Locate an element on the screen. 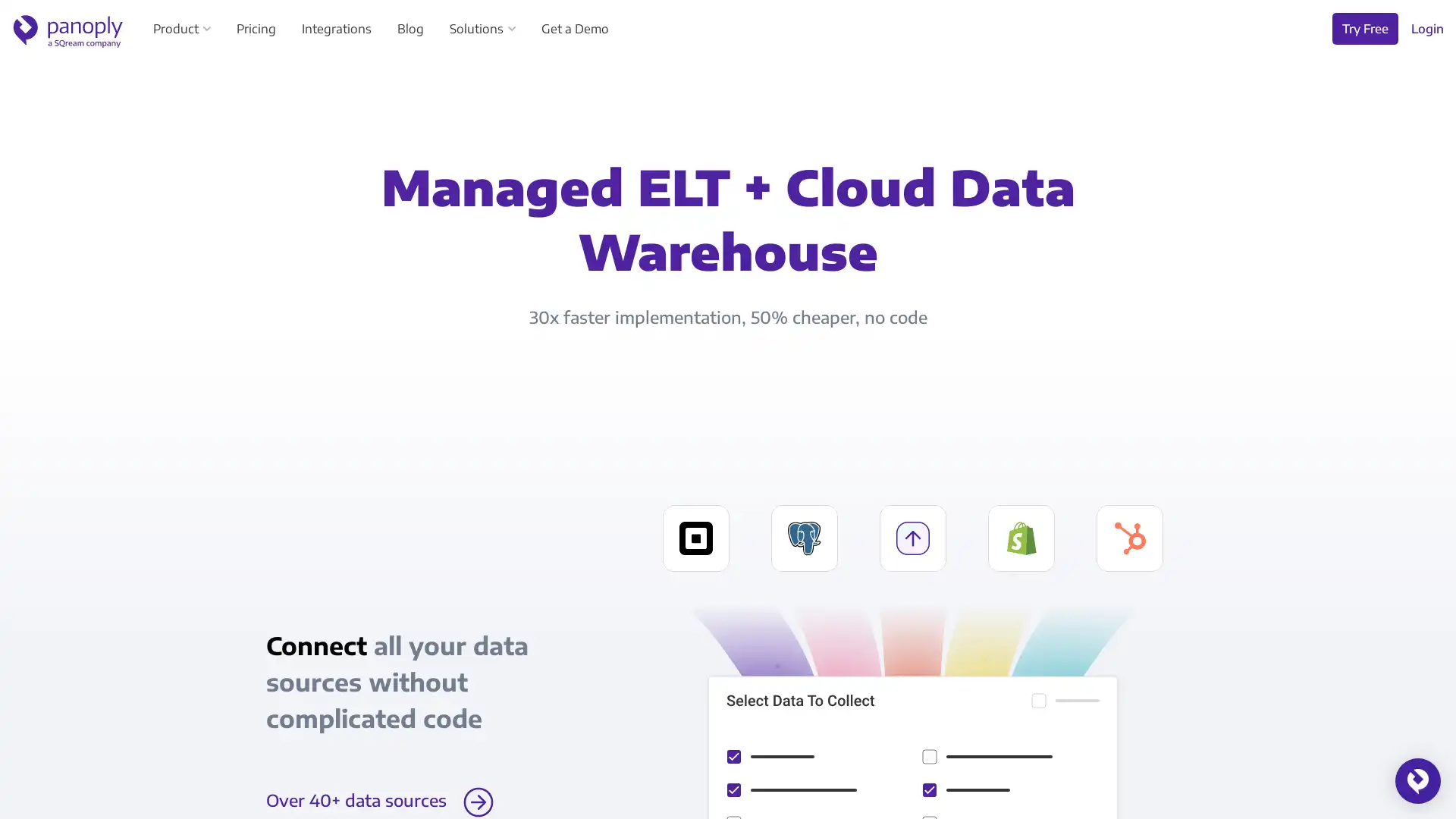  Accept is located at coordinates (701, 698).